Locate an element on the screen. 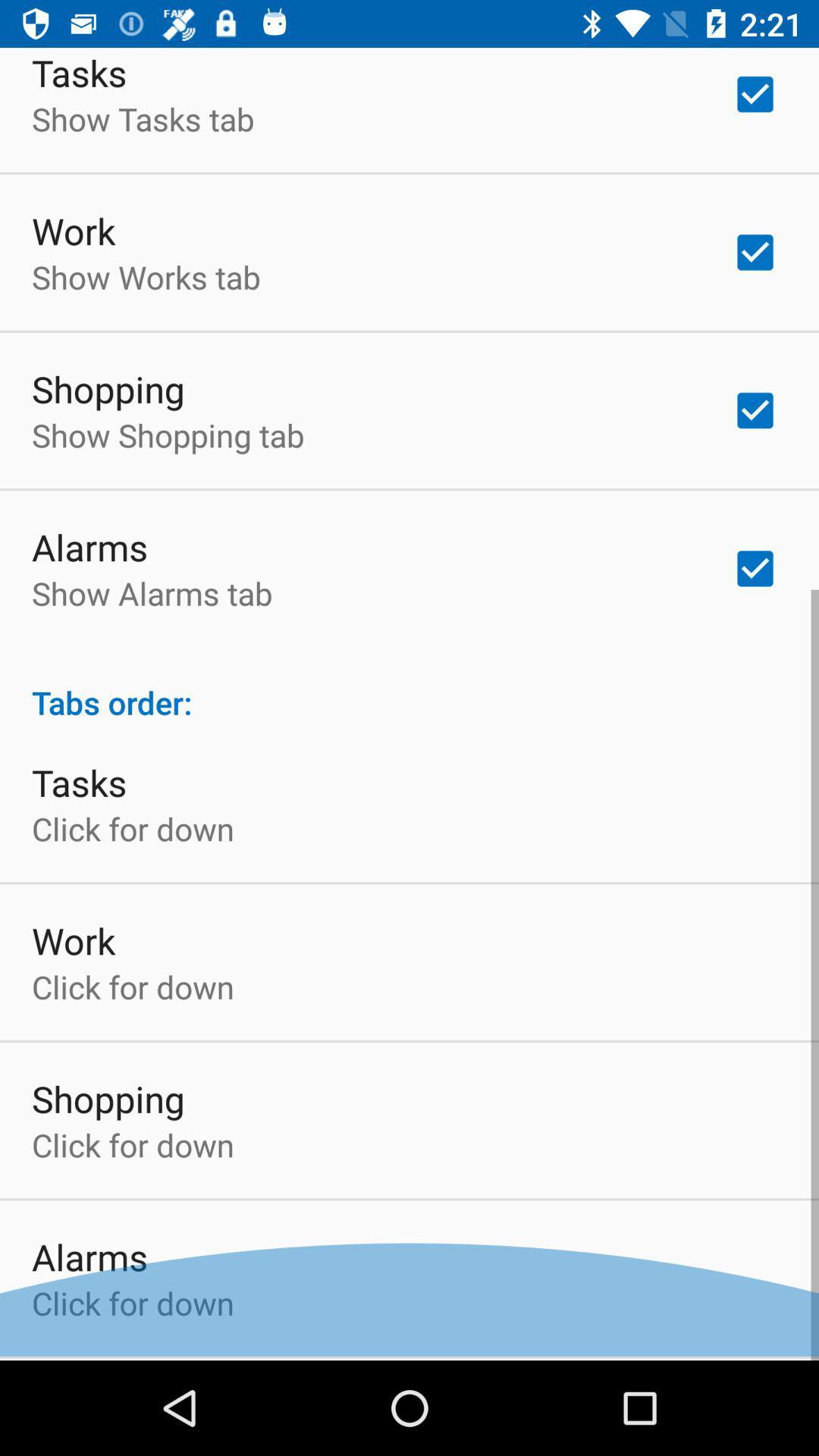 The width and height of the screenshot is (819, 1456). tabs order: at the center is located at coordinates (409, 689).